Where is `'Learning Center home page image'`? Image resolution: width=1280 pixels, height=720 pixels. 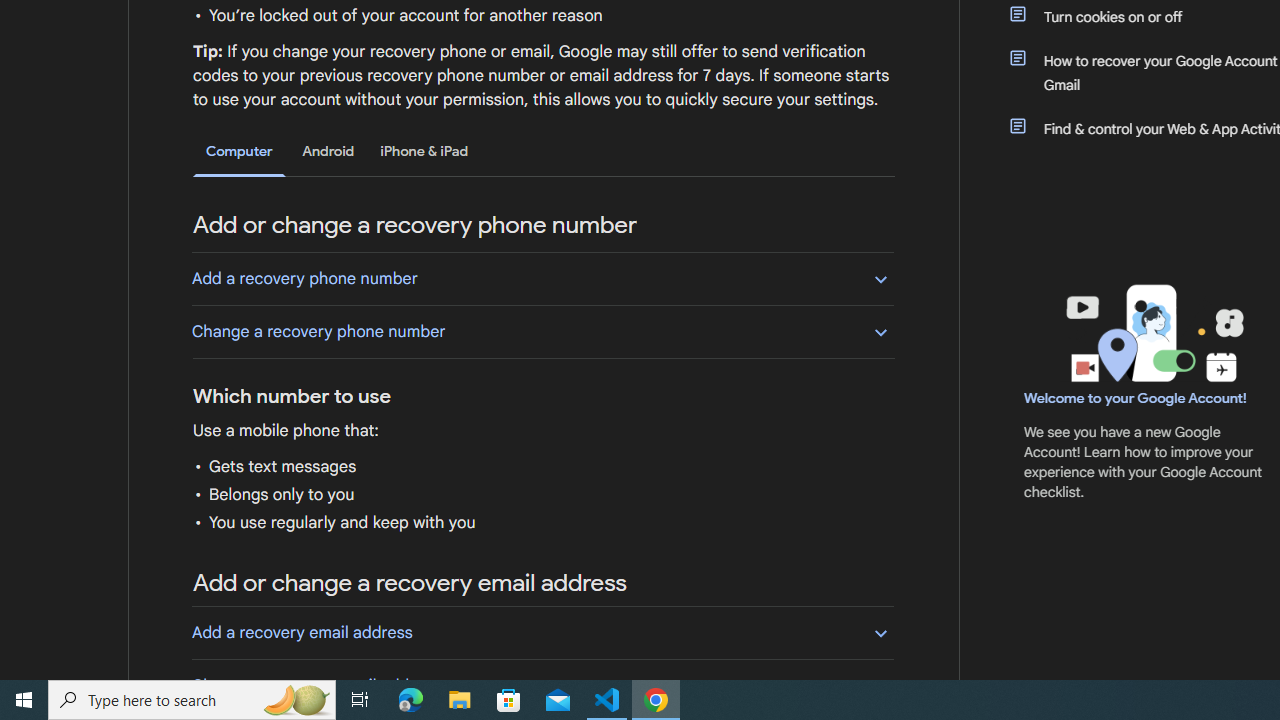 'Learning Center home page image' is located at coordinates (1152, 332).